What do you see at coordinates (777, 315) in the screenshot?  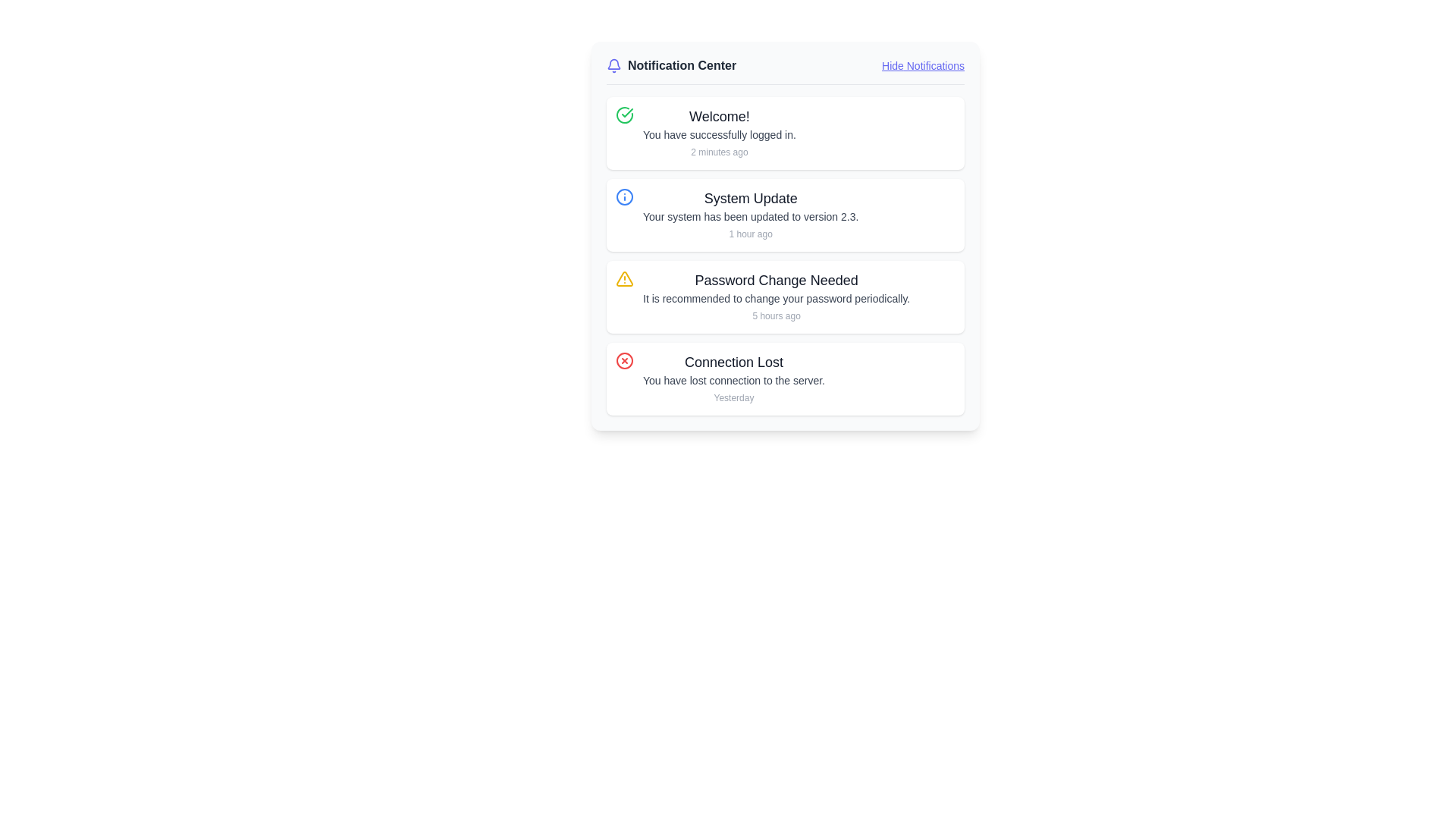 I see `the text label displaying '5 hours ago' in light gray color, located at the bottom-right corner of the 'Password Change Needed' notification card` at bounding box center [777, 315].